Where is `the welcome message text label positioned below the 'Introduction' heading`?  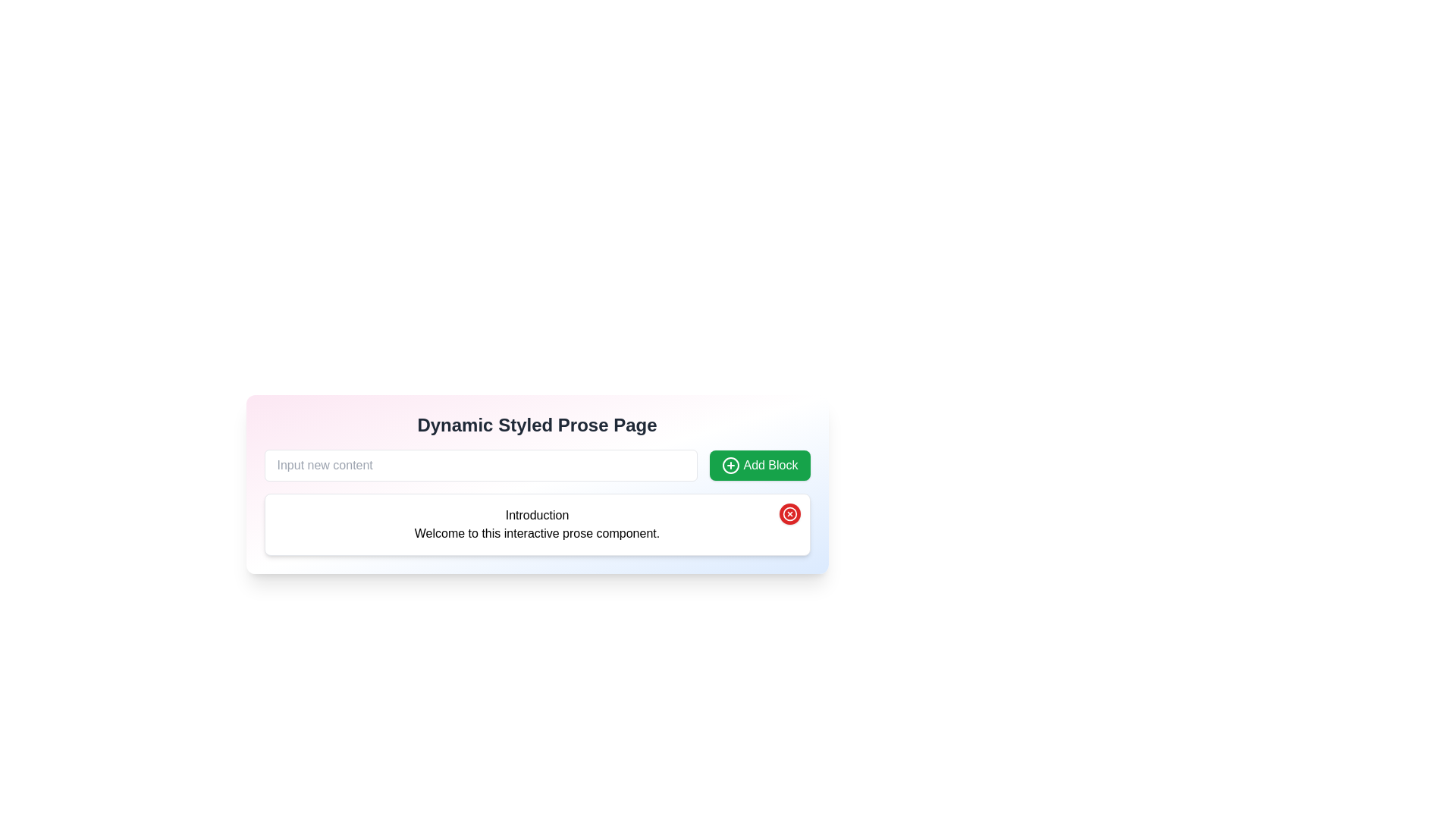 the welcome message text label positioned below the 'Introduction' heading is located at coordinates (537, 533).